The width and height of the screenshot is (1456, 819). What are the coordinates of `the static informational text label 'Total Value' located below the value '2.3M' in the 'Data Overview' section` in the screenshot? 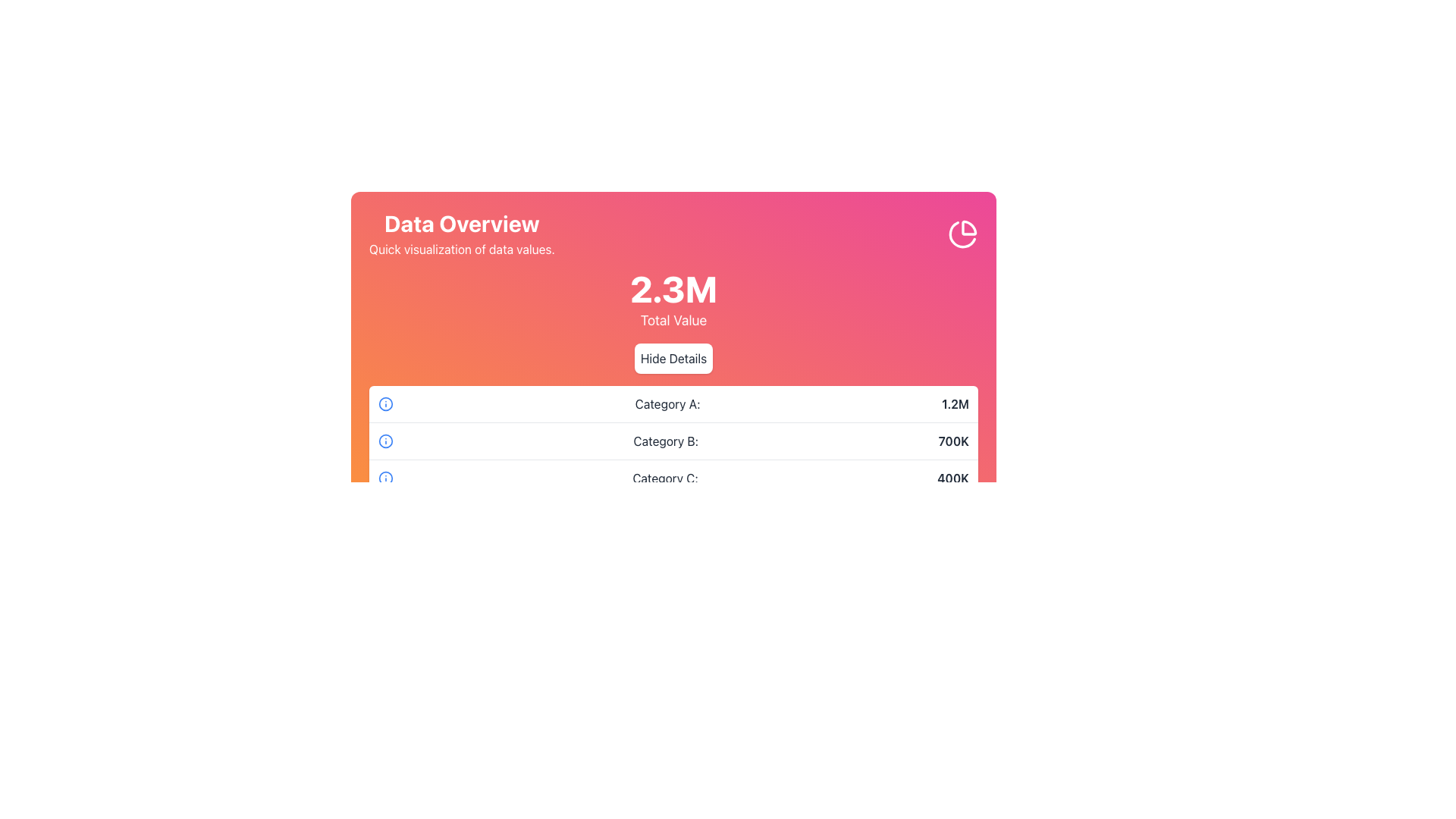 It's located at (673, 320).